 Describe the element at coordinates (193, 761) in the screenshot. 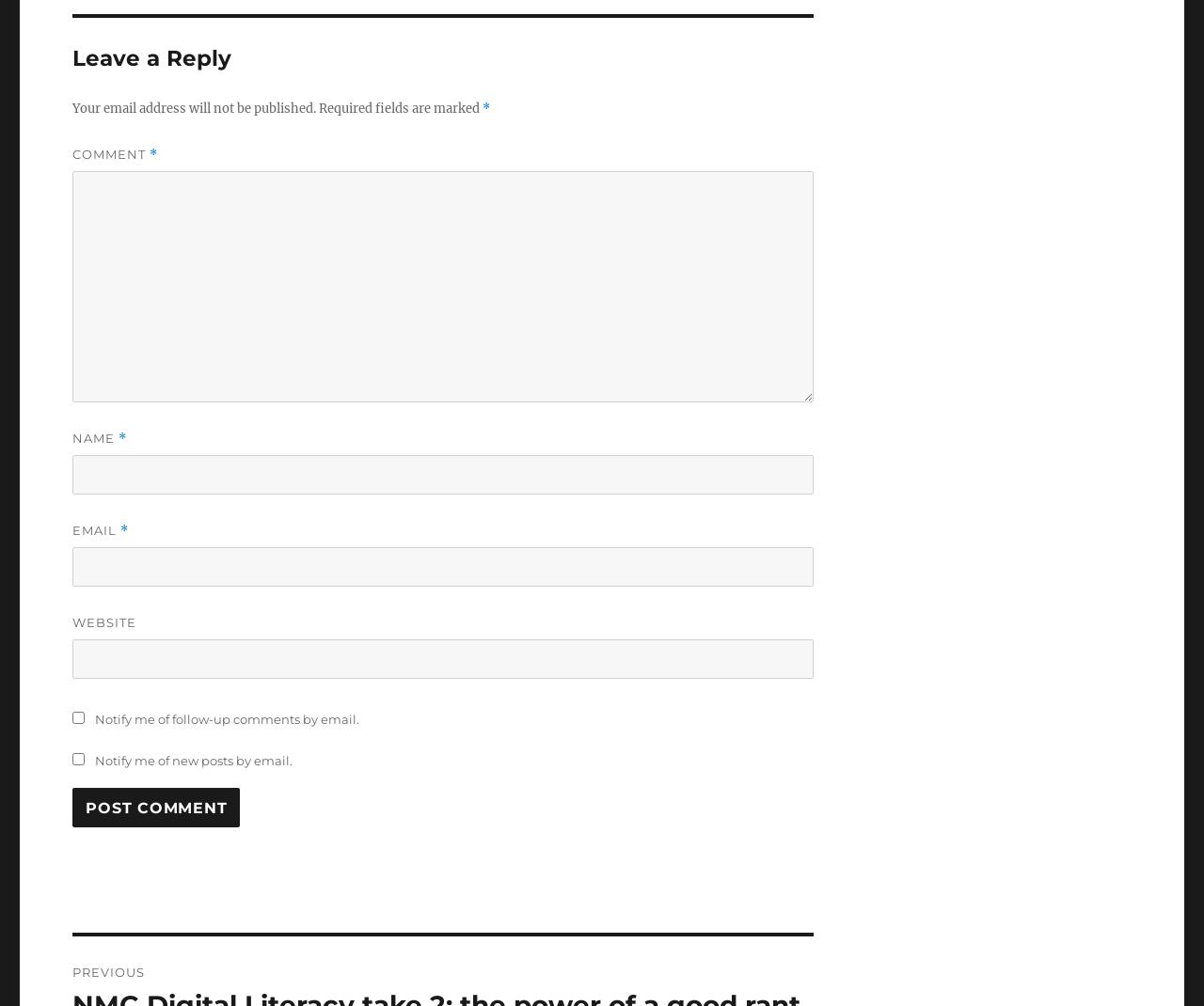

I see `'Notify me of new posts by email.'` at that location.